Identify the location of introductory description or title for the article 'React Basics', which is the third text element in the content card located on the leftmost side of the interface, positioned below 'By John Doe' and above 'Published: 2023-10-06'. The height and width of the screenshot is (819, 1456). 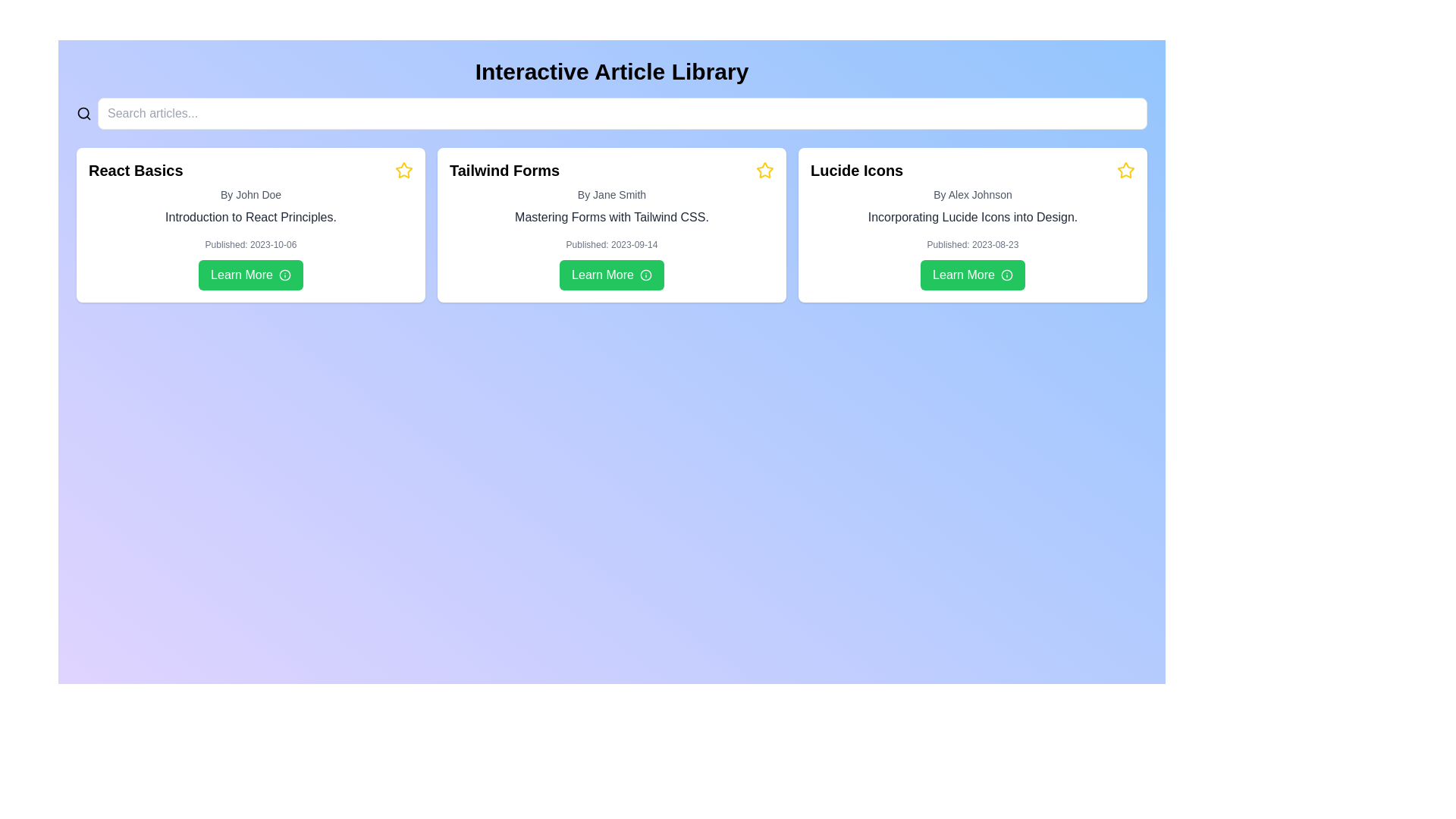
(251, 217).